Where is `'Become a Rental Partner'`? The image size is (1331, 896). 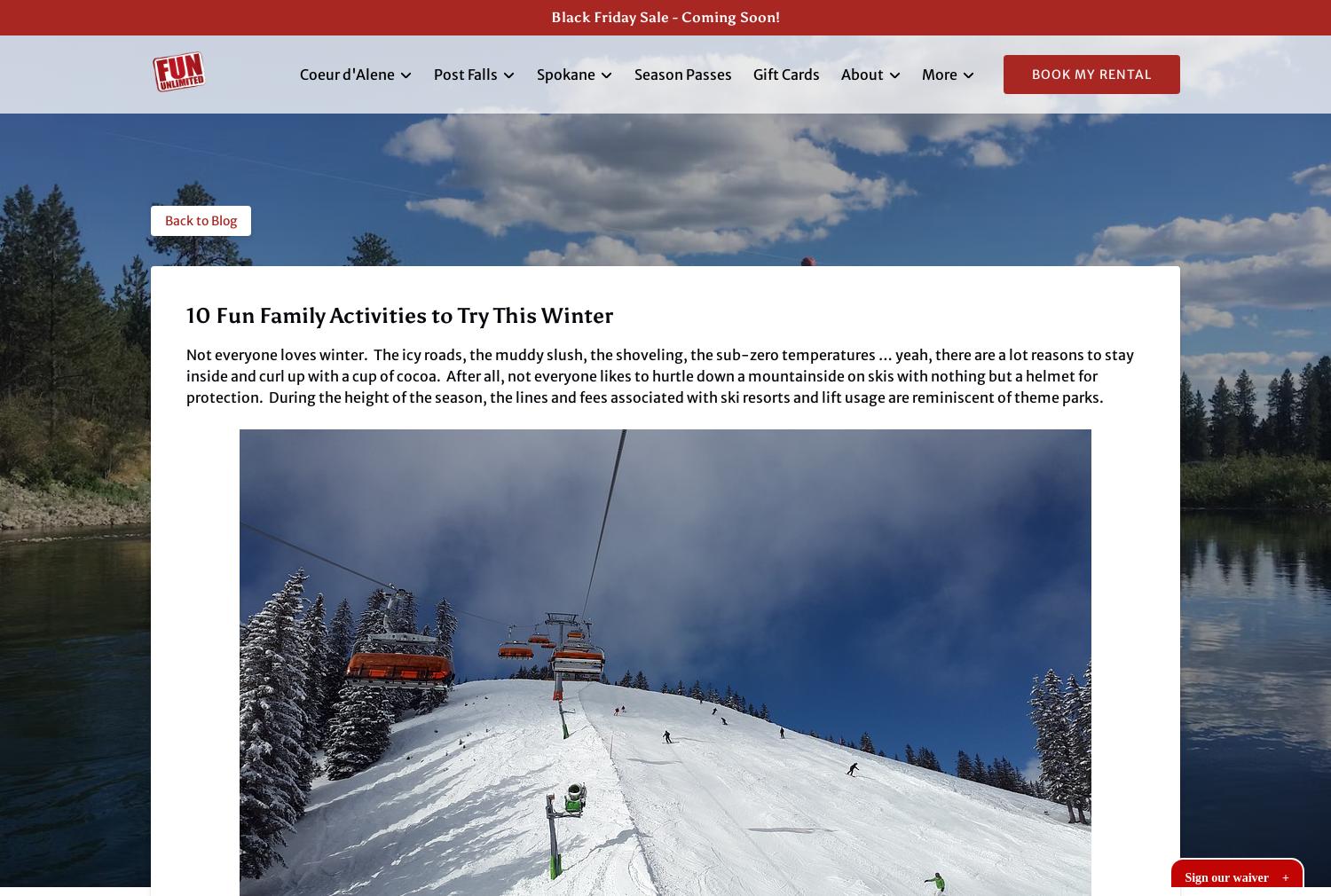
'Become a Rental Partner' is located at coordinates (922, 254).